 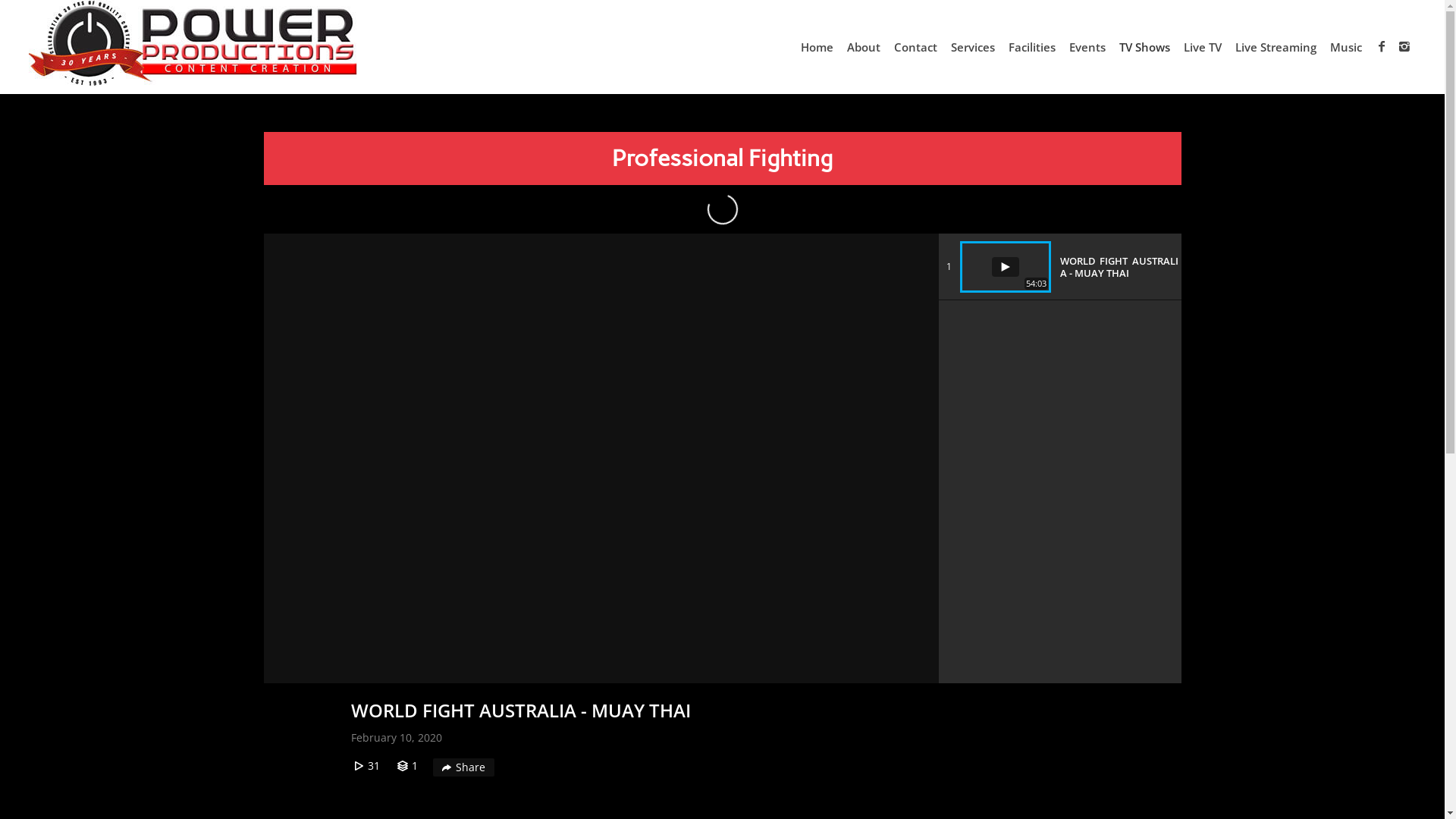 I want to click on 'Services', so click(x=943, y=45).